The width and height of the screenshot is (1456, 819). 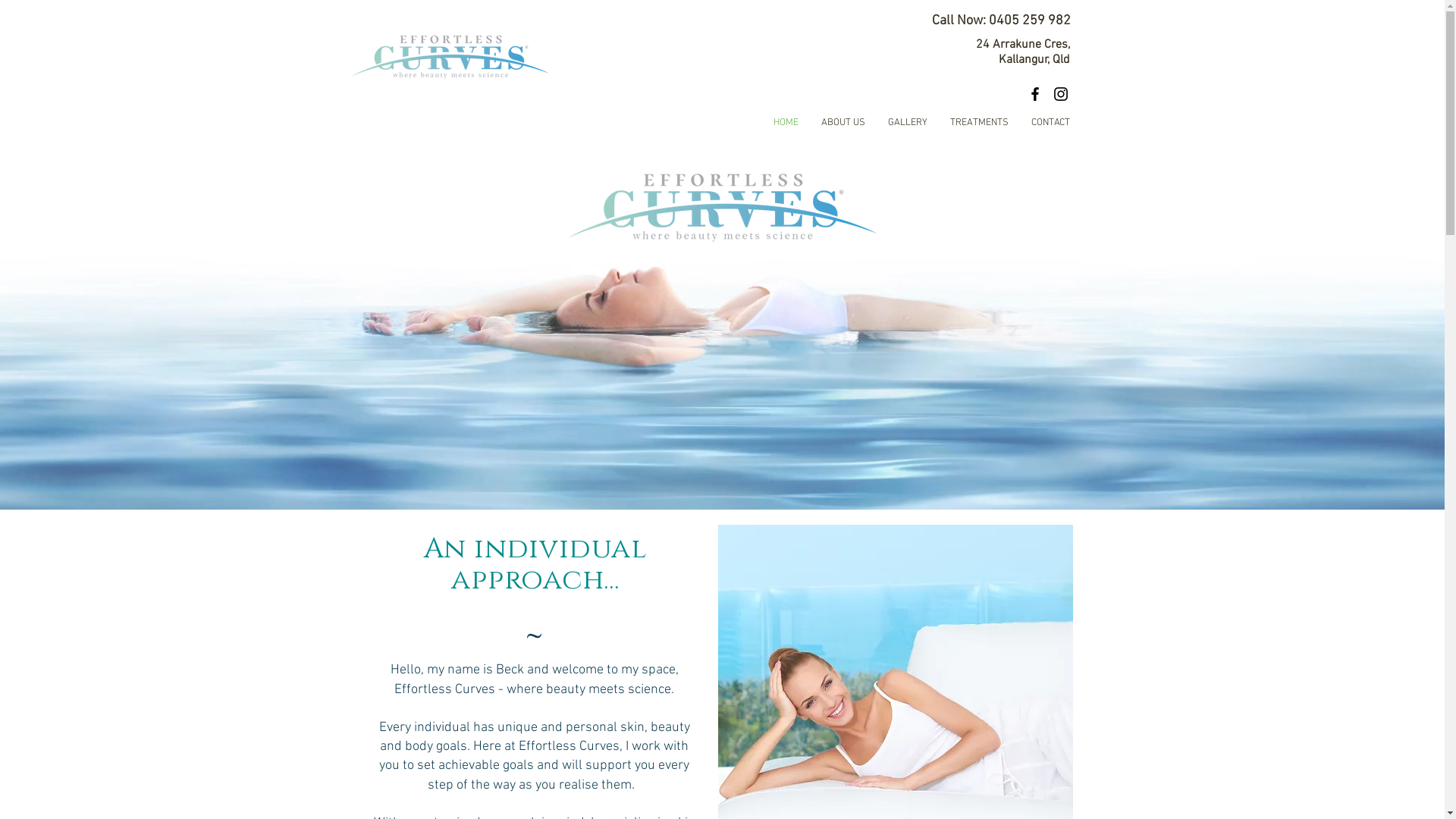 I want to click on 'TREATMENTS', so click(x=979, y=122).